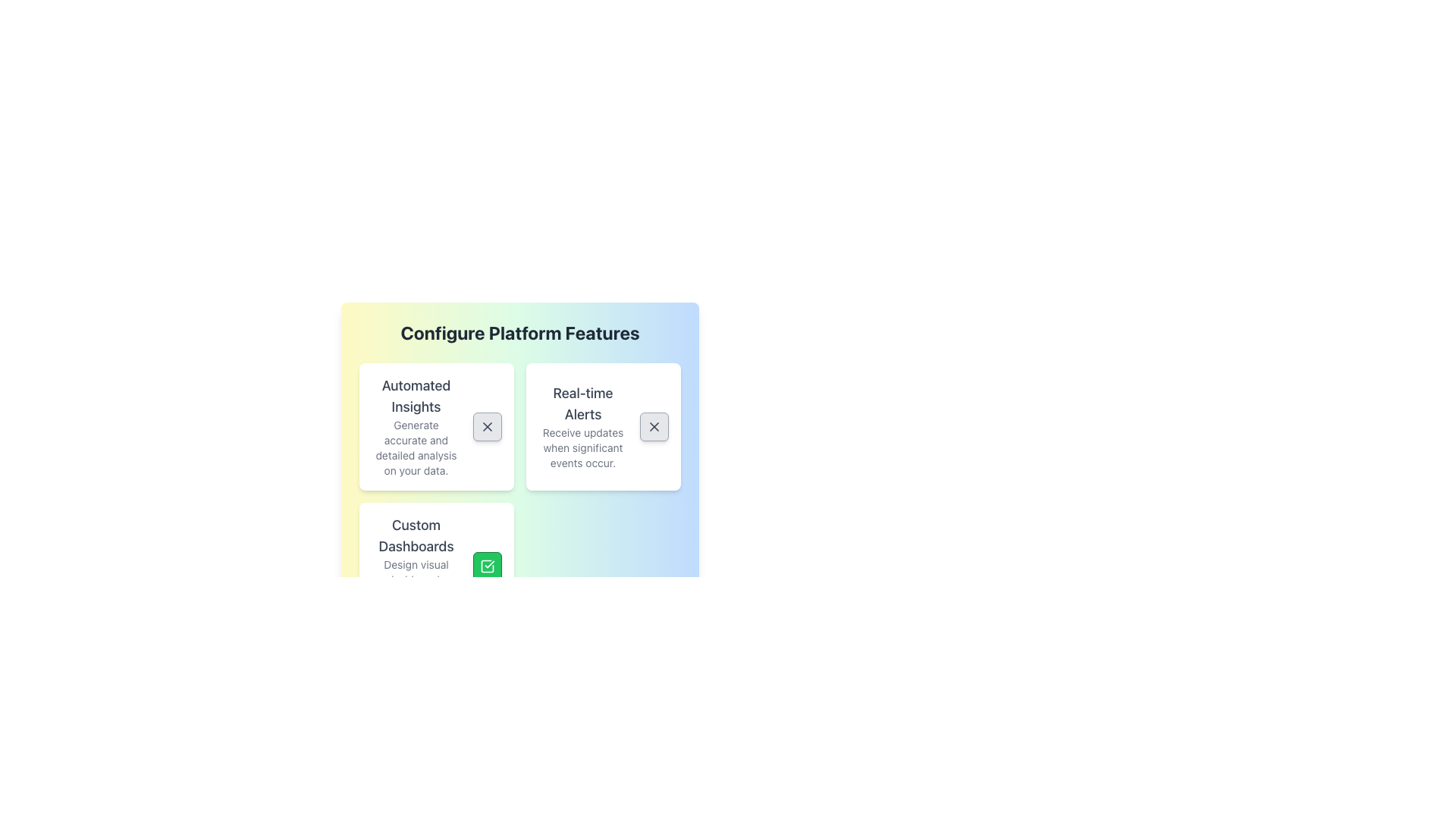 Image resolution: width=1456 pixels, height=819 pixels. I want to click on the 'Automated Insights' informational card located in the top-left section of the 'Configure Platform Features' grid, so click(436, 427).